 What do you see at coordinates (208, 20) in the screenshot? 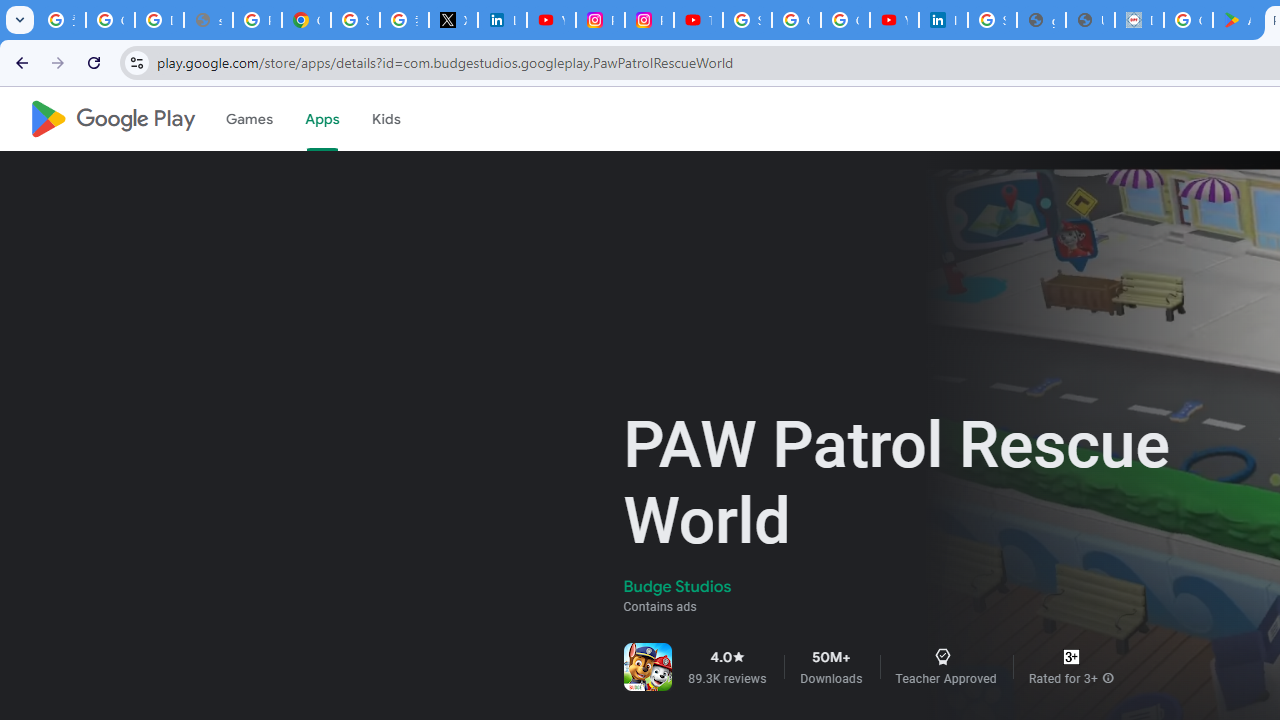
I see `'support.google.com - Network error'` at bounding box center [208, 20].